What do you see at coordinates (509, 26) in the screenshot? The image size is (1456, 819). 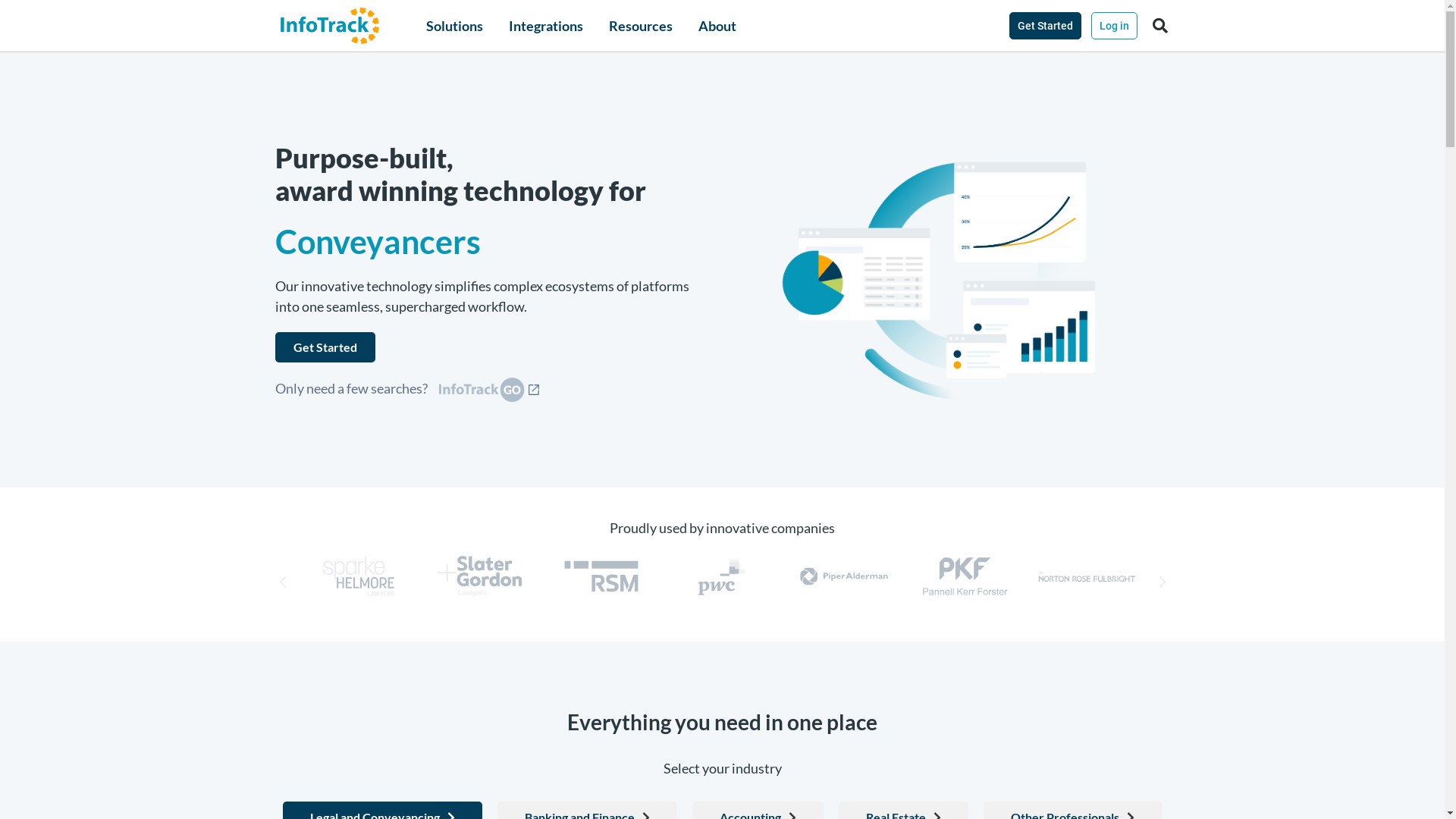 I see `'Integrations'` at bounding box center [509, 26].